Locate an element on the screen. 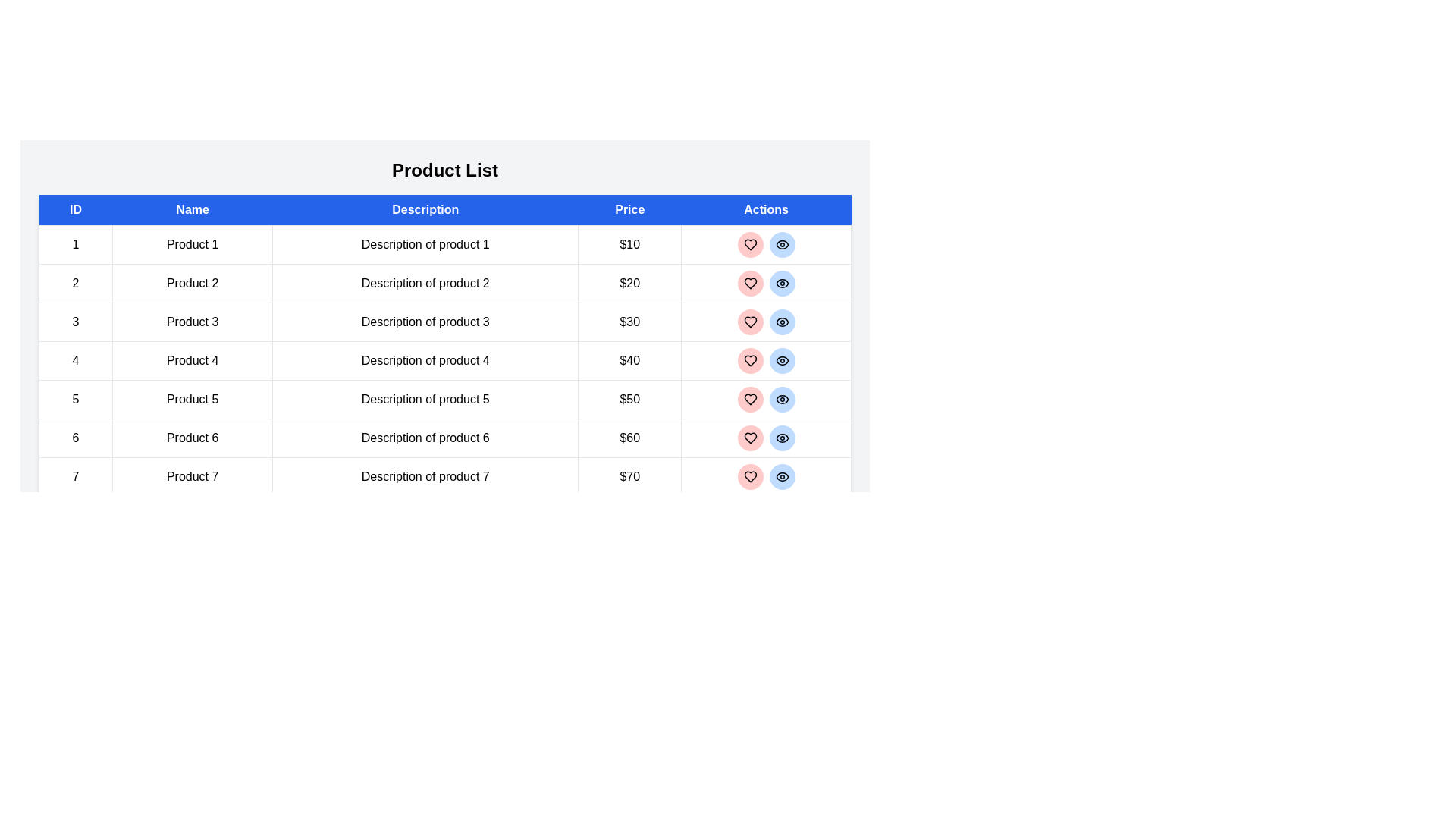 The height and width of the screenshot is (819, 1456). the product name Product 1 in the table is located at coordinates (192, 244).